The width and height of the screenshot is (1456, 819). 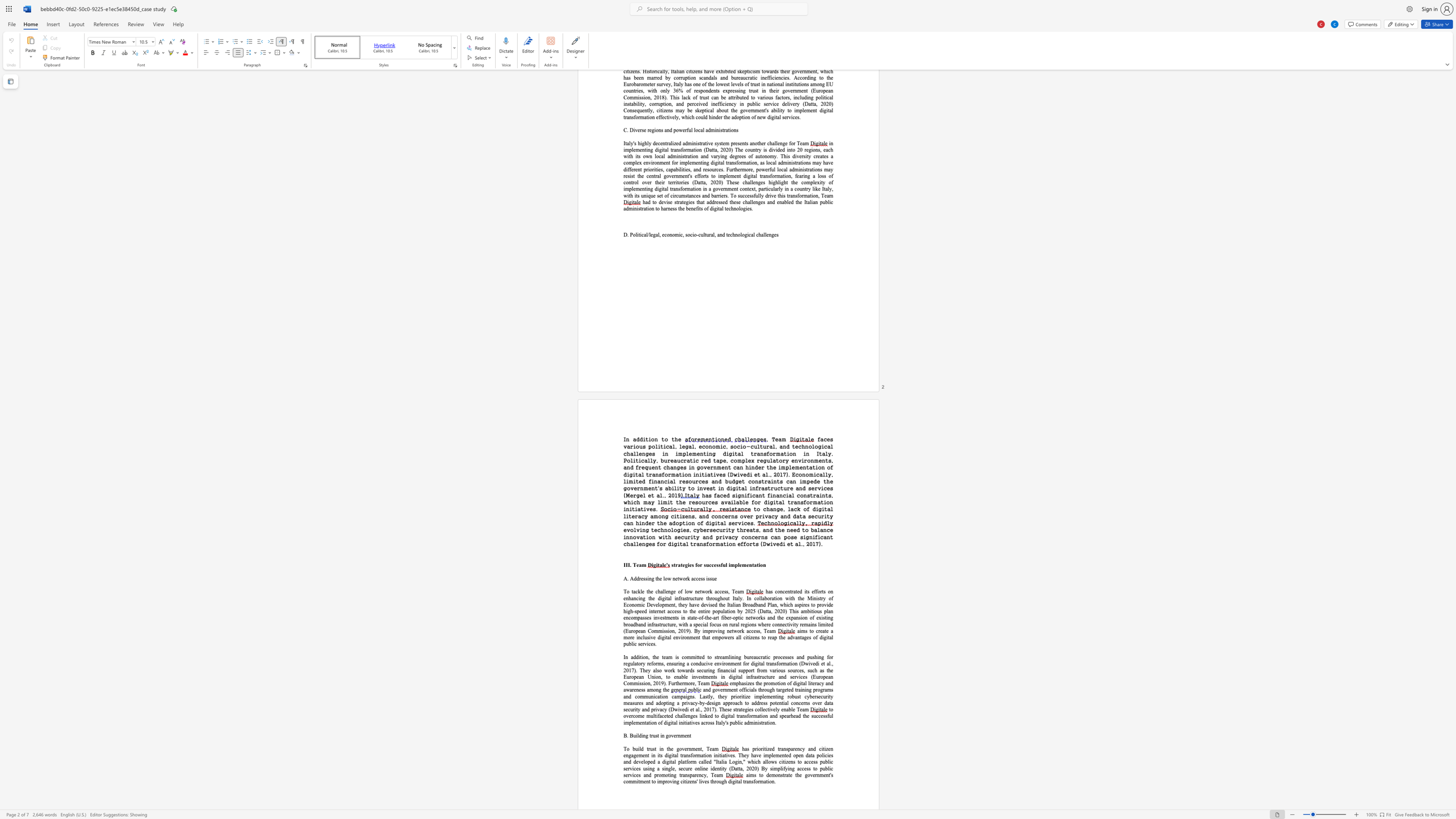 What do you see at coordinates (785, 664) in the screenshot?
I see `the 7th character "m" in the text` at bounding box center [785, 664].